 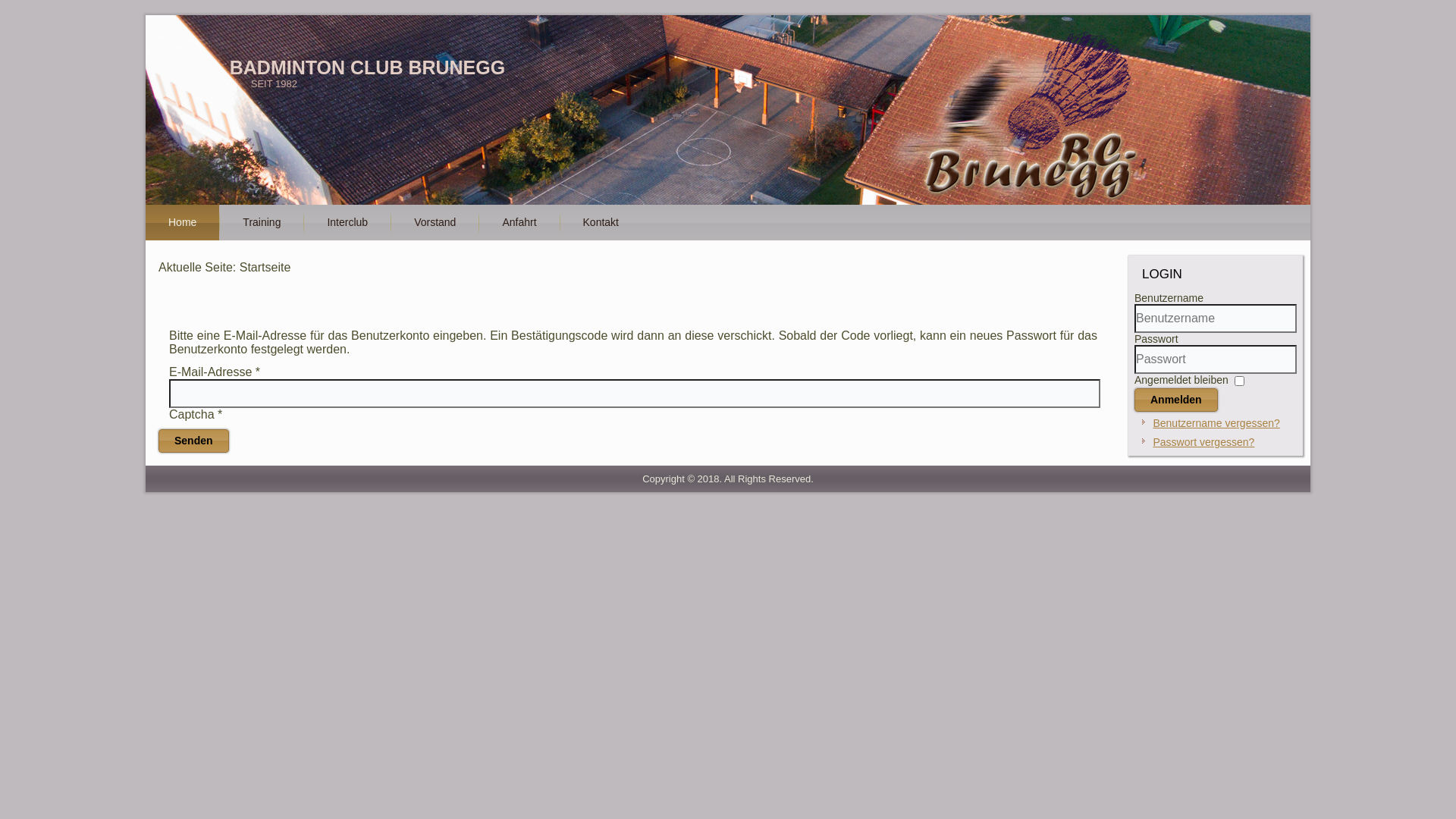 I want to click on 'Vorstand', so click(x=391, y=222).